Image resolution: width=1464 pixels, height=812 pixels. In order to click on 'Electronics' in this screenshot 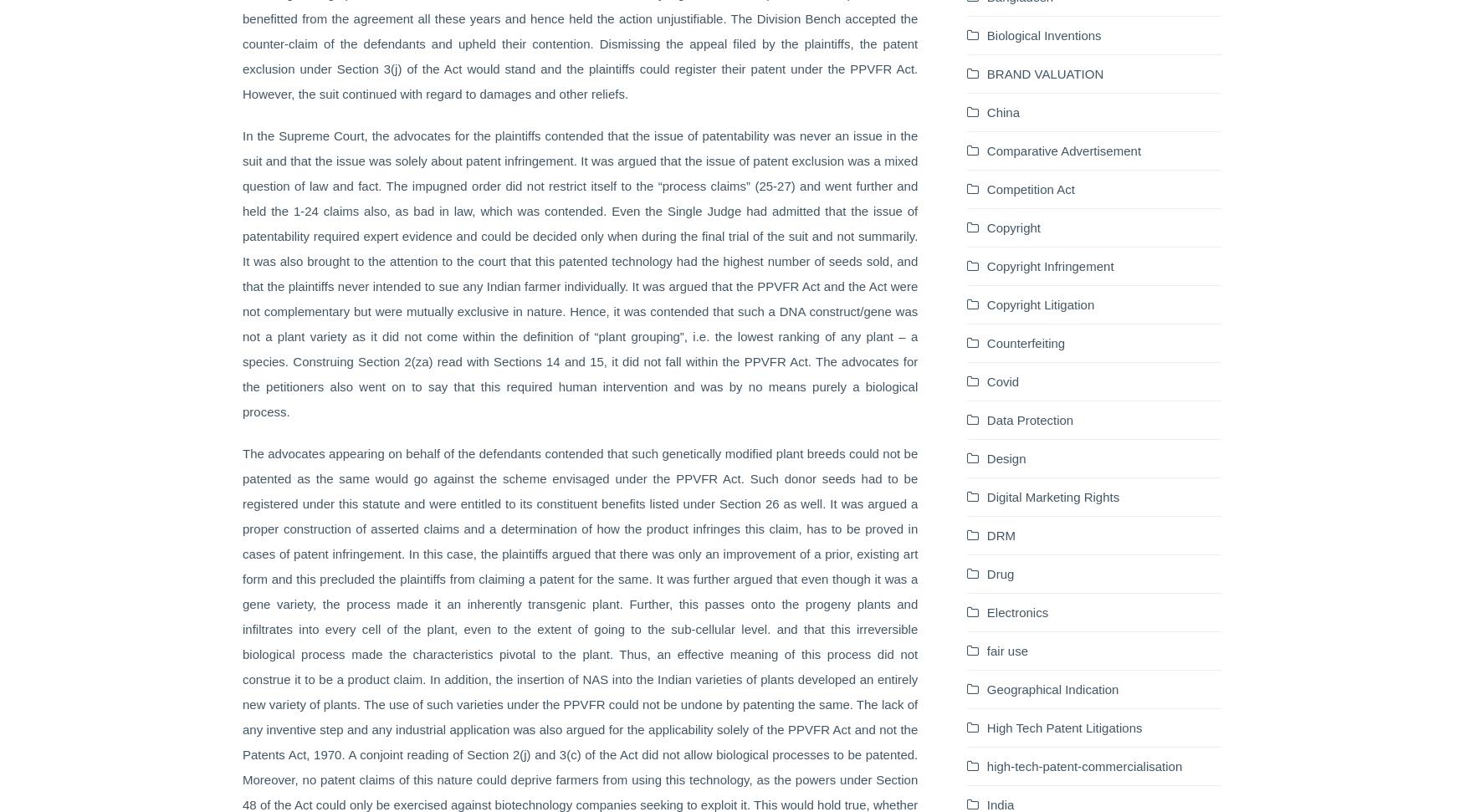, I will do `click(1017, 610)`.